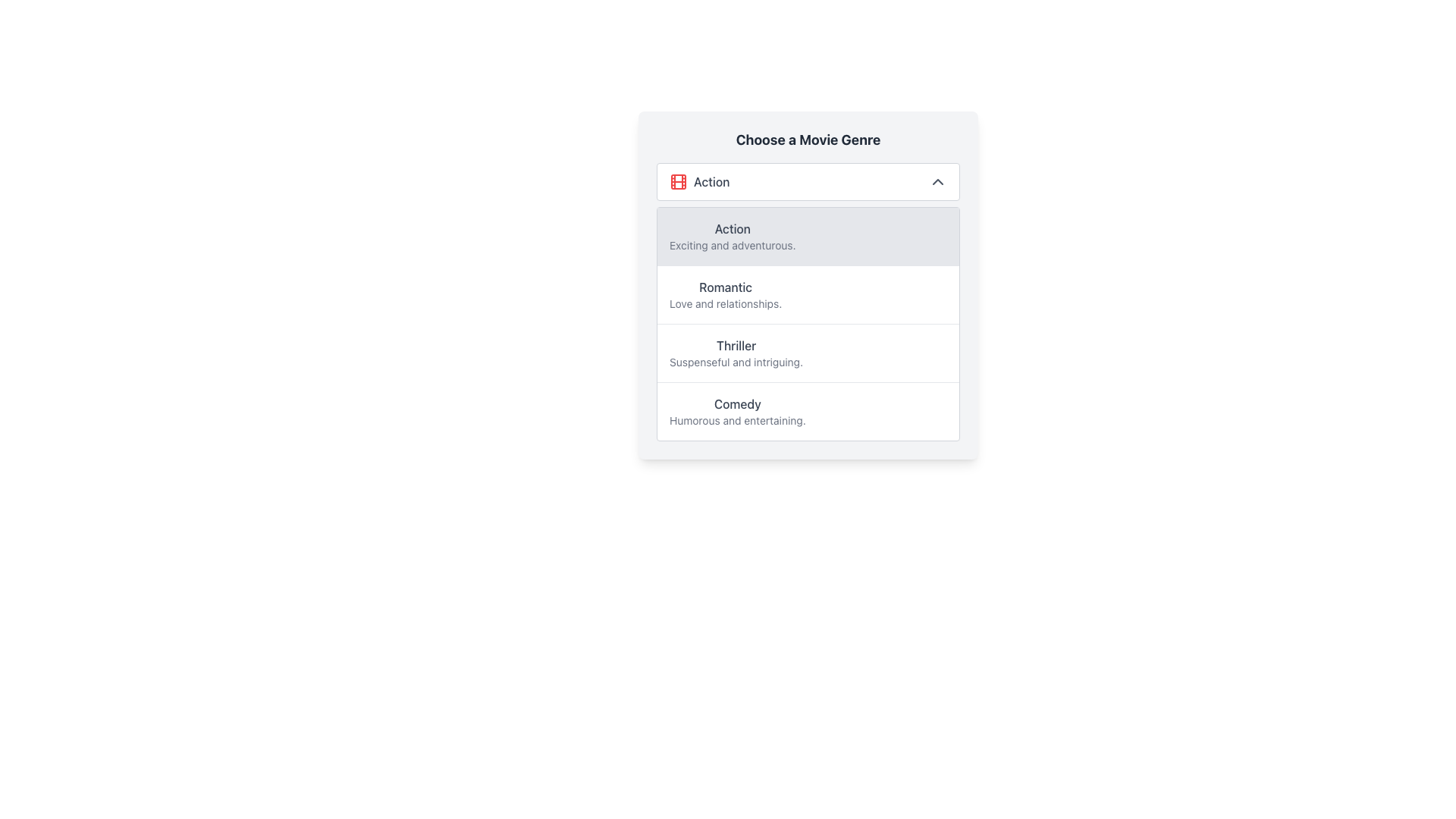 This screenshot has width=1456, height=819. Describe the element at coordinates (724, 295) in the screenshot. I see `the 'Romantic' genre text label, which is the second option in the categorized list of movie genres located under the heading 'Choose a Movie Genre'` at that location.